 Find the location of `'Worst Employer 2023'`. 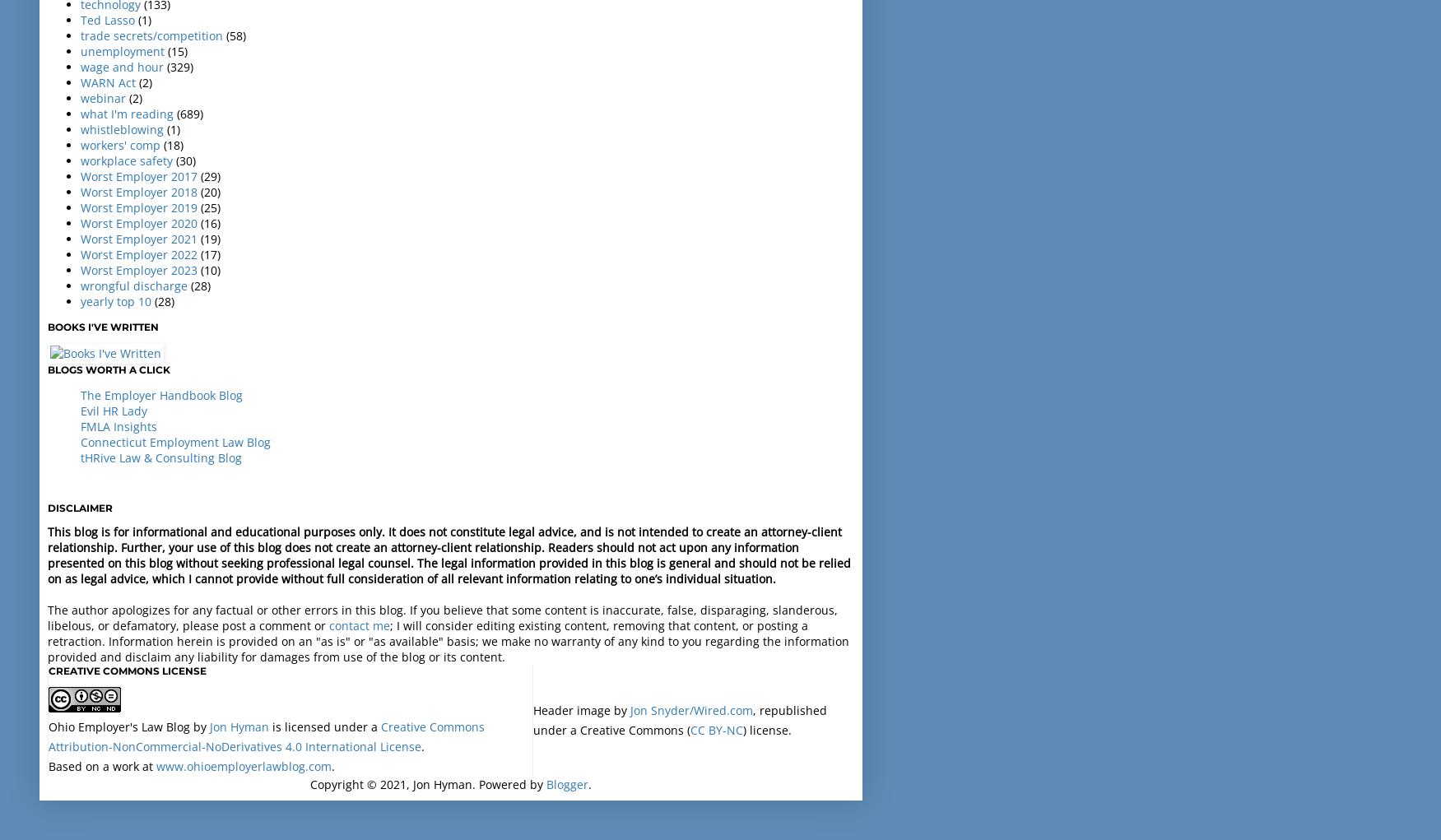

'Worst Employer 2023' is located at coordinates (138, 268).